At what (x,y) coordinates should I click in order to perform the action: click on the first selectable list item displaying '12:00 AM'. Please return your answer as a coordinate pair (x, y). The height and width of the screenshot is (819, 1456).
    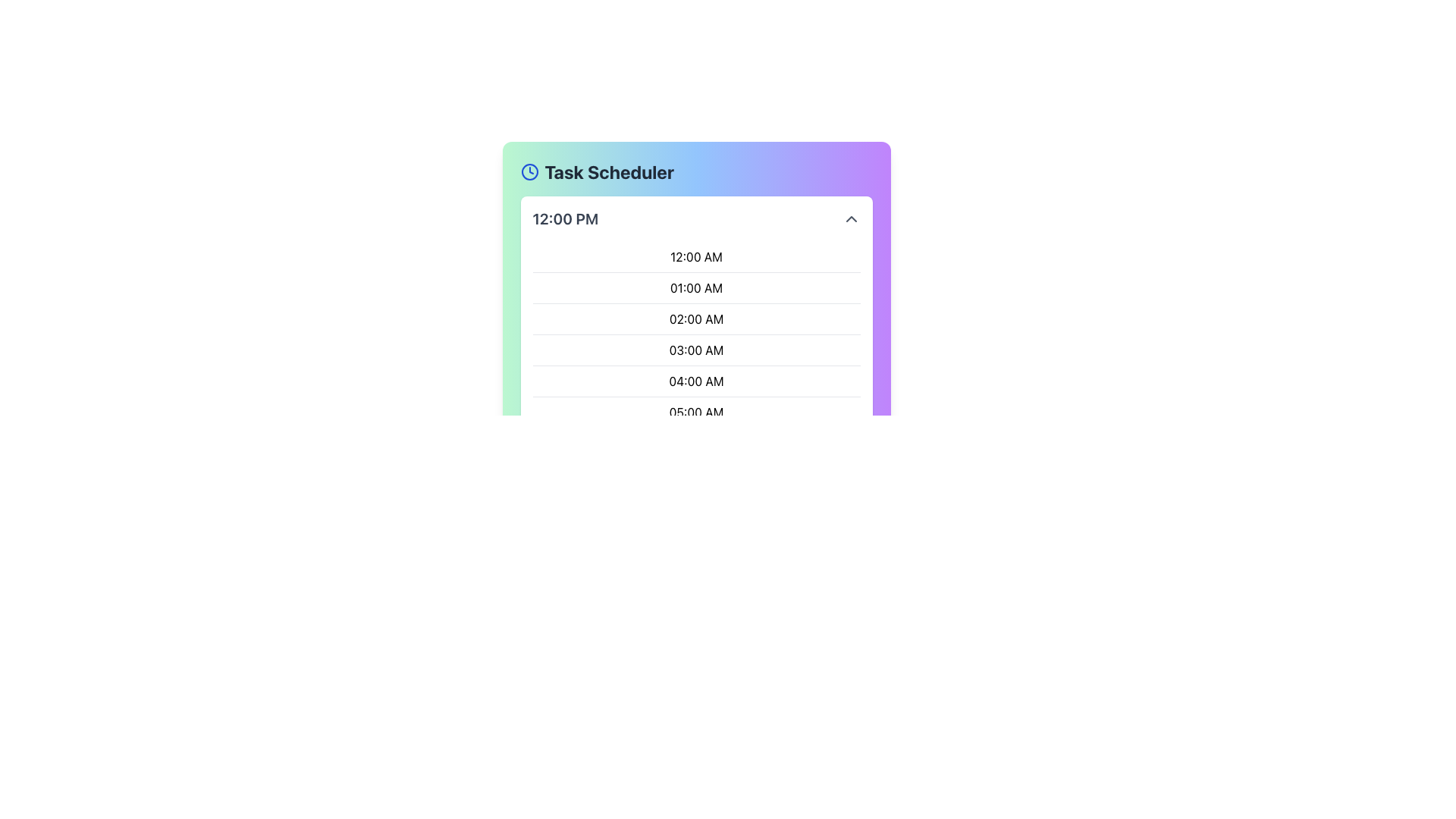
    Looking at the image, I should click on (695, 256).